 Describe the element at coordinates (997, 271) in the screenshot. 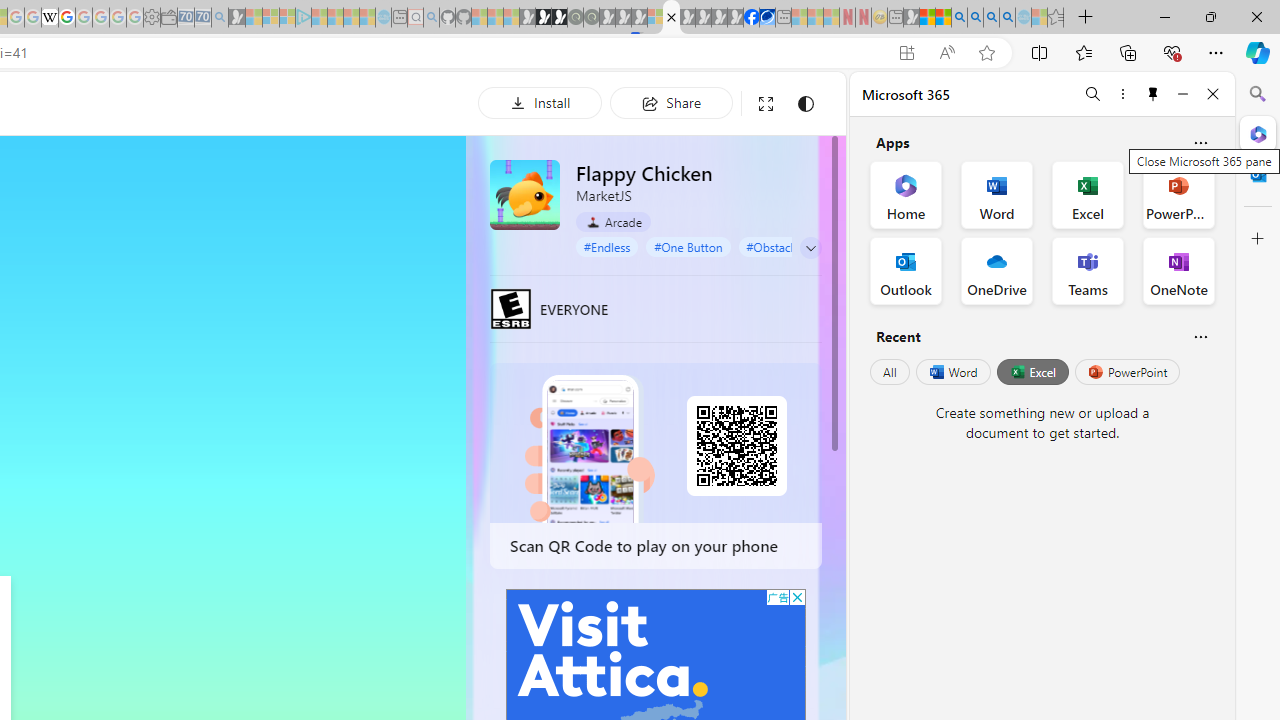

I see `'OneDrive Office App'` at that location.